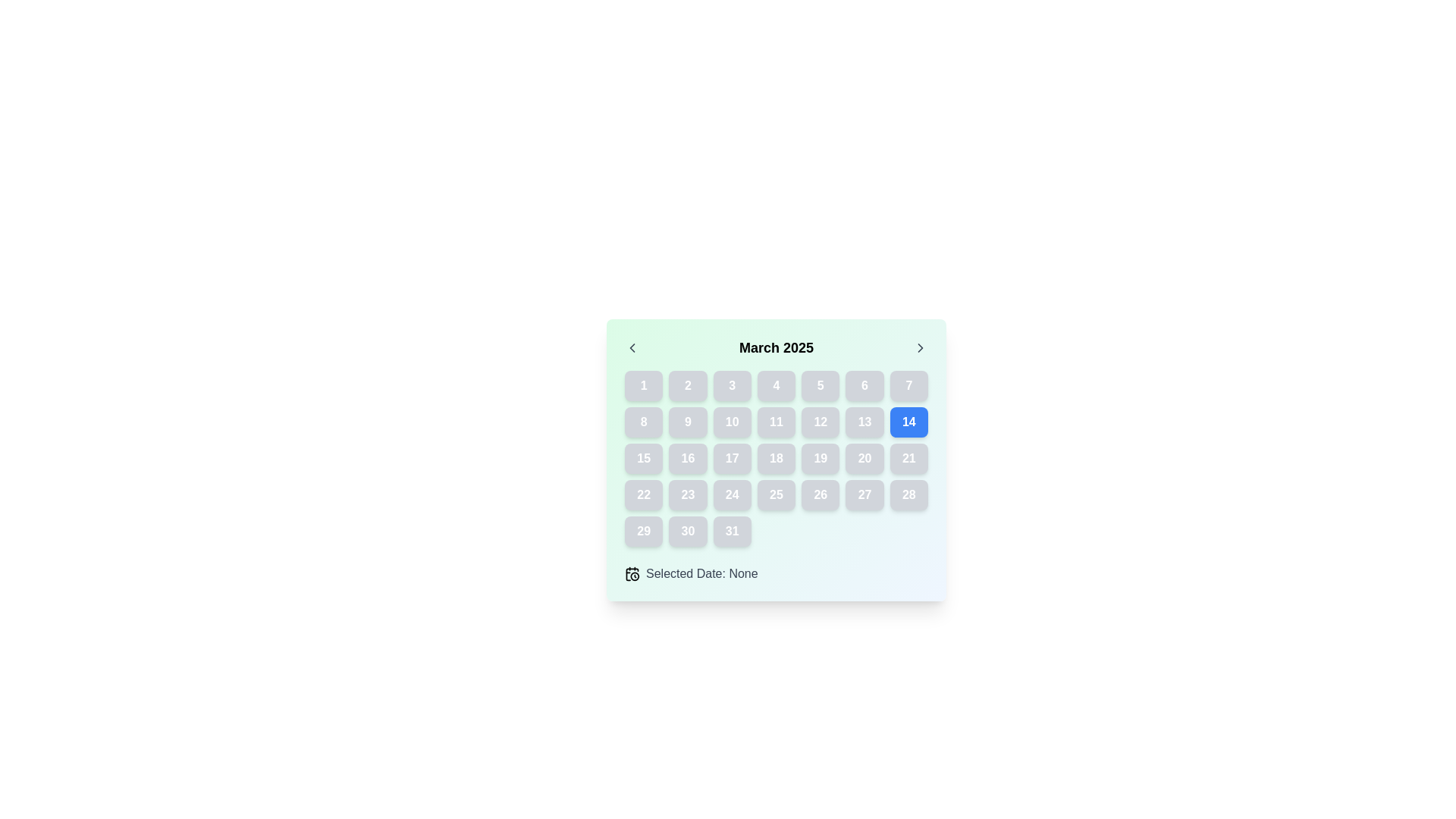  What do you see at coordinates (644, 458) in the screenshot?
I see `the rounded rectangular button labeled '15' with a light gray background` at bounding box center [644, 458].